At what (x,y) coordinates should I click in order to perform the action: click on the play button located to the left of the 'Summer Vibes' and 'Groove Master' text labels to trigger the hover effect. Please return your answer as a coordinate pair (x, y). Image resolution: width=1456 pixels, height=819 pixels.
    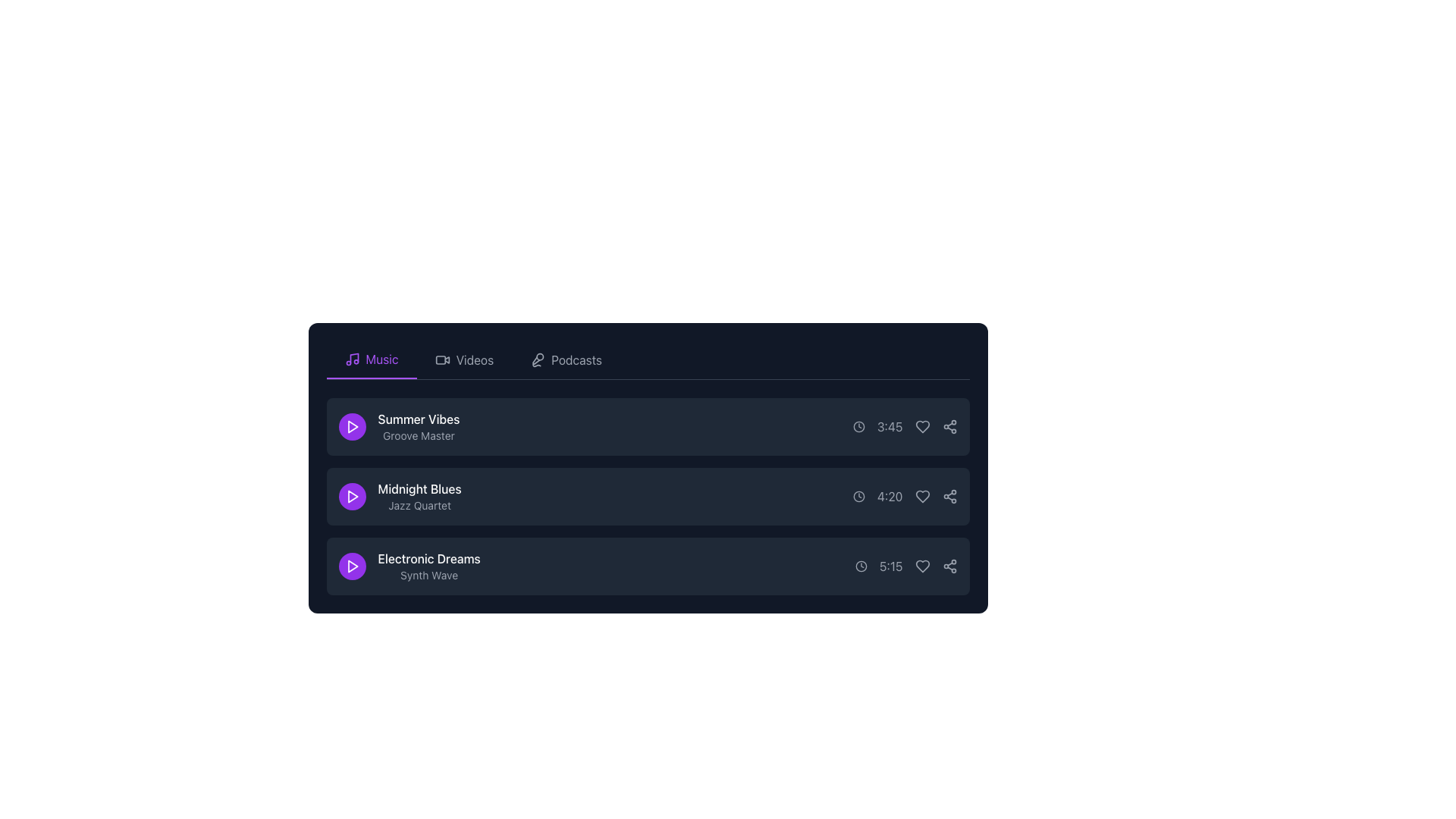
    Looking at the image, I should click on (351, 427).